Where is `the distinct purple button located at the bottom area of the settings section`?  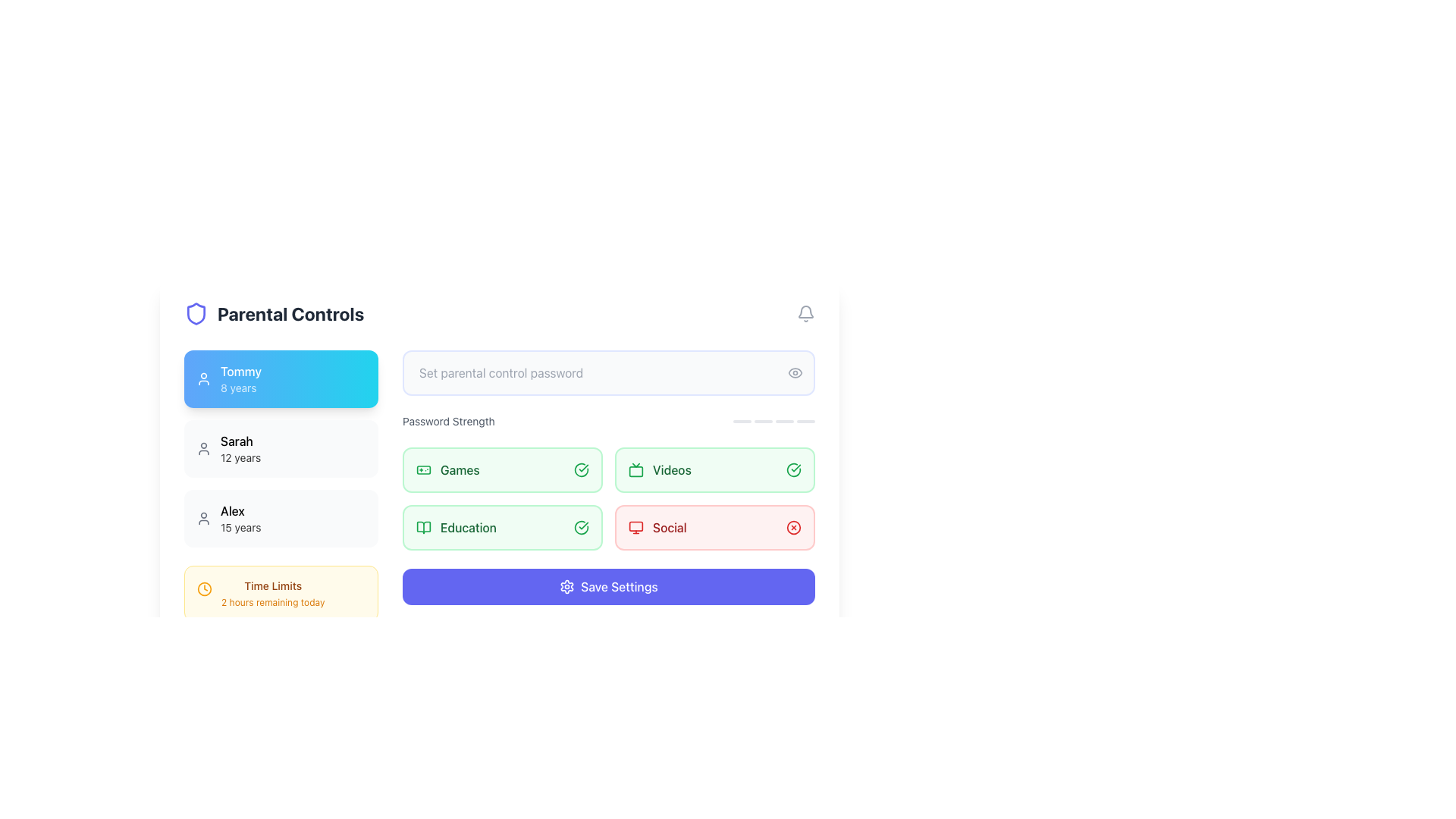
the distinct purple button located at the bottom area of the settings section is located at coordinates (608, 586).